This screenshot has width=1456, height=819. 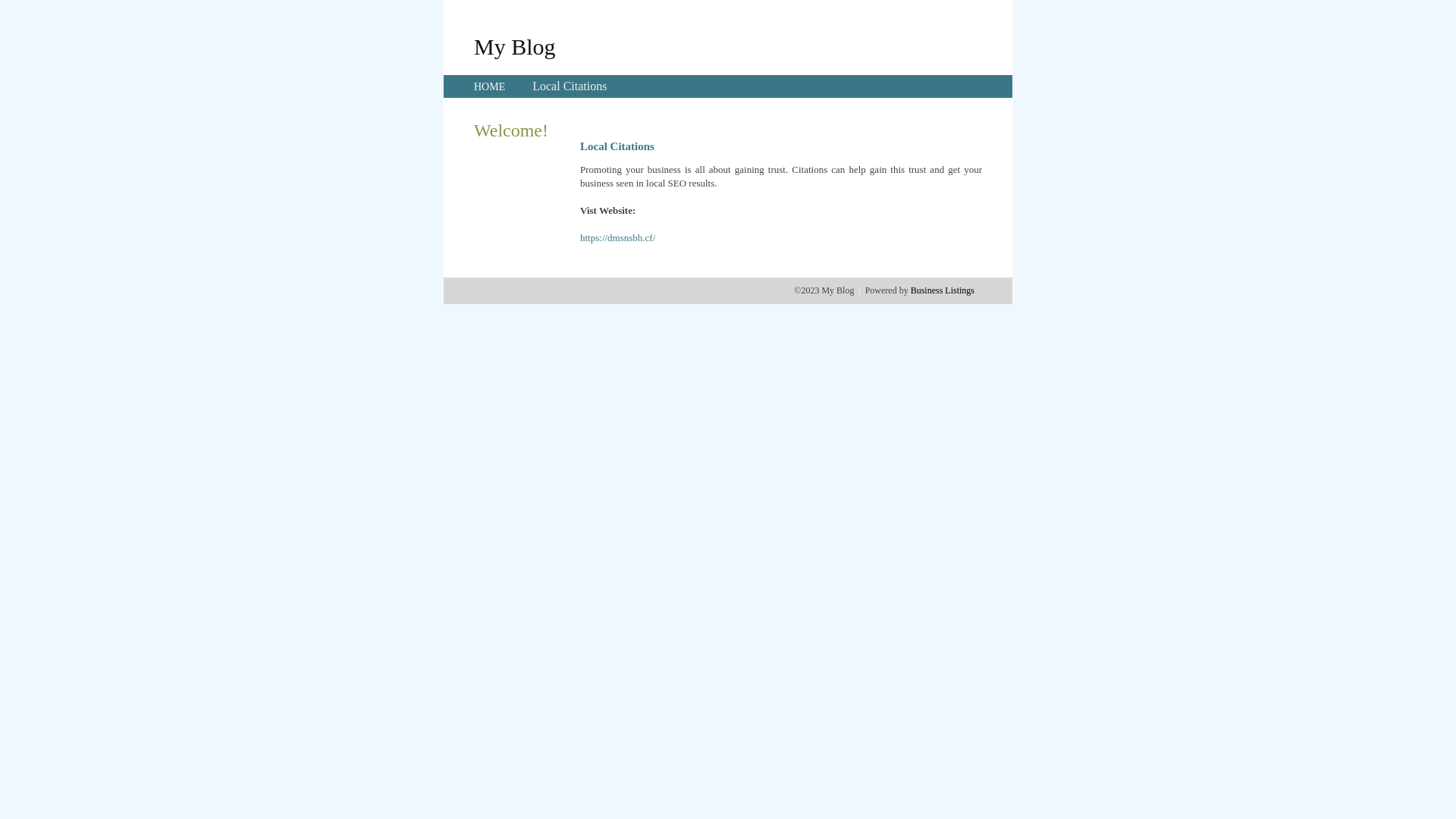 What do you see at coordinates (514, 45) in the screenshot?
I see `'My Blog'` at bounding box center [514, 45].